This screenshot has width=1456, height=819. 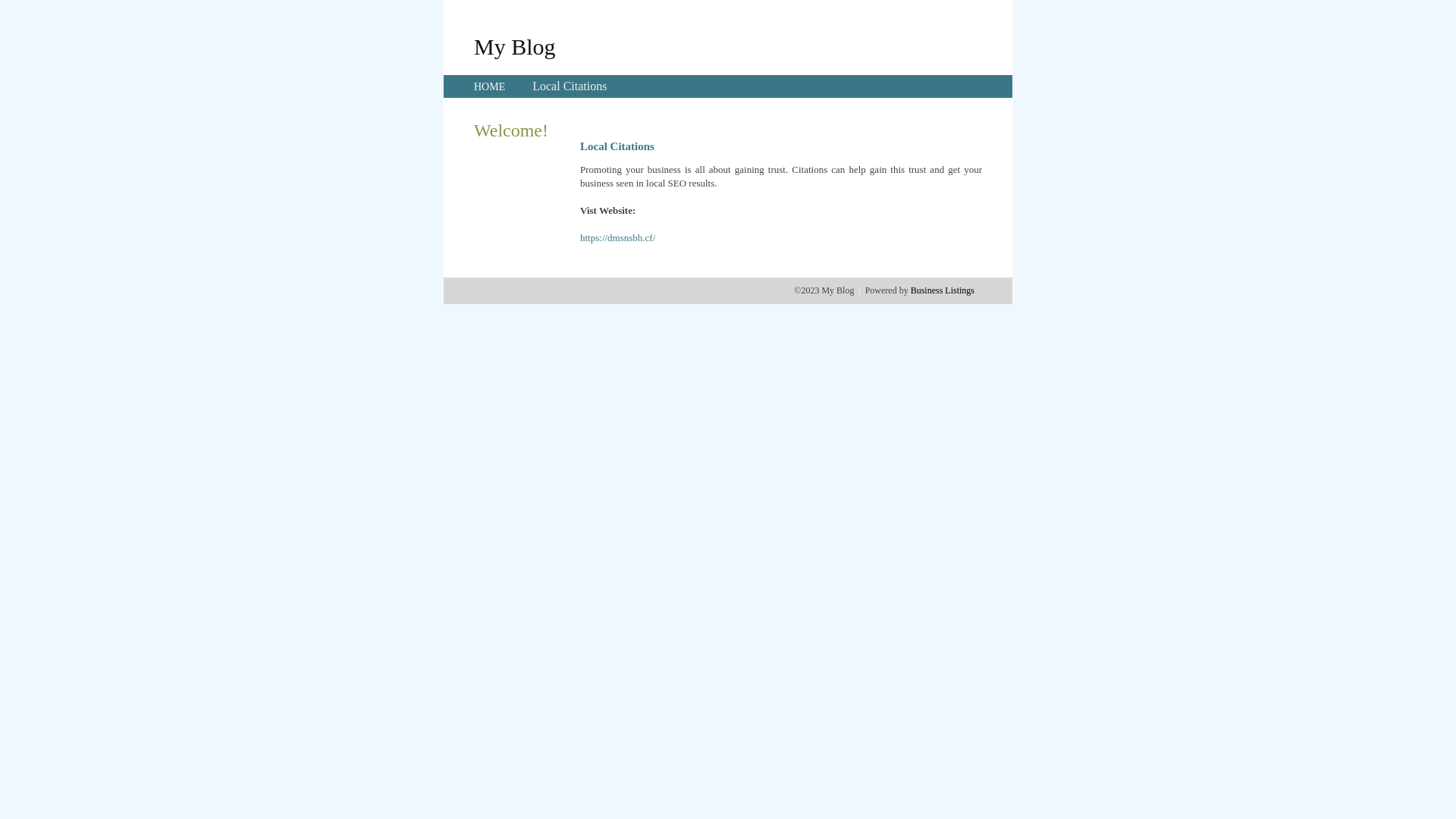 What do you see at coordinates (514, 45) in the screenshot?
I see `'My Blog'` at bounding box center [514, 45].